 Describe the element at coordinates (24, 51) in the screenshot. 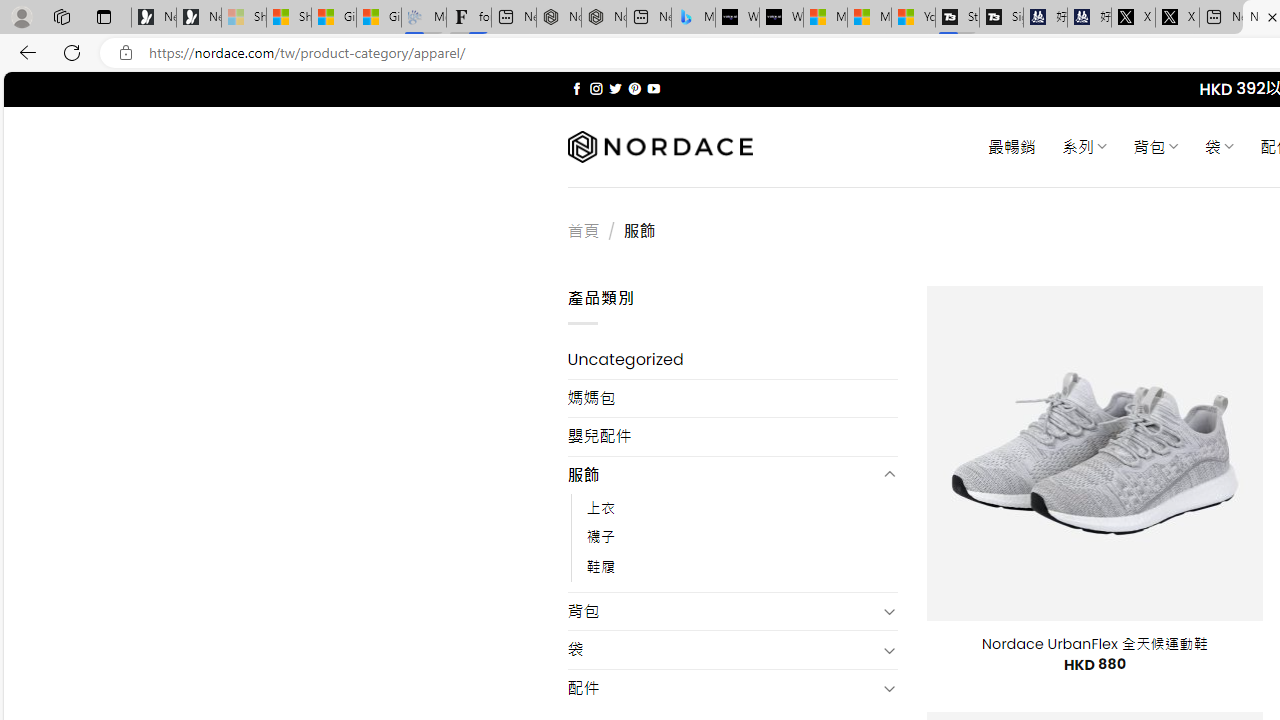

I see `'Back'` at that location.